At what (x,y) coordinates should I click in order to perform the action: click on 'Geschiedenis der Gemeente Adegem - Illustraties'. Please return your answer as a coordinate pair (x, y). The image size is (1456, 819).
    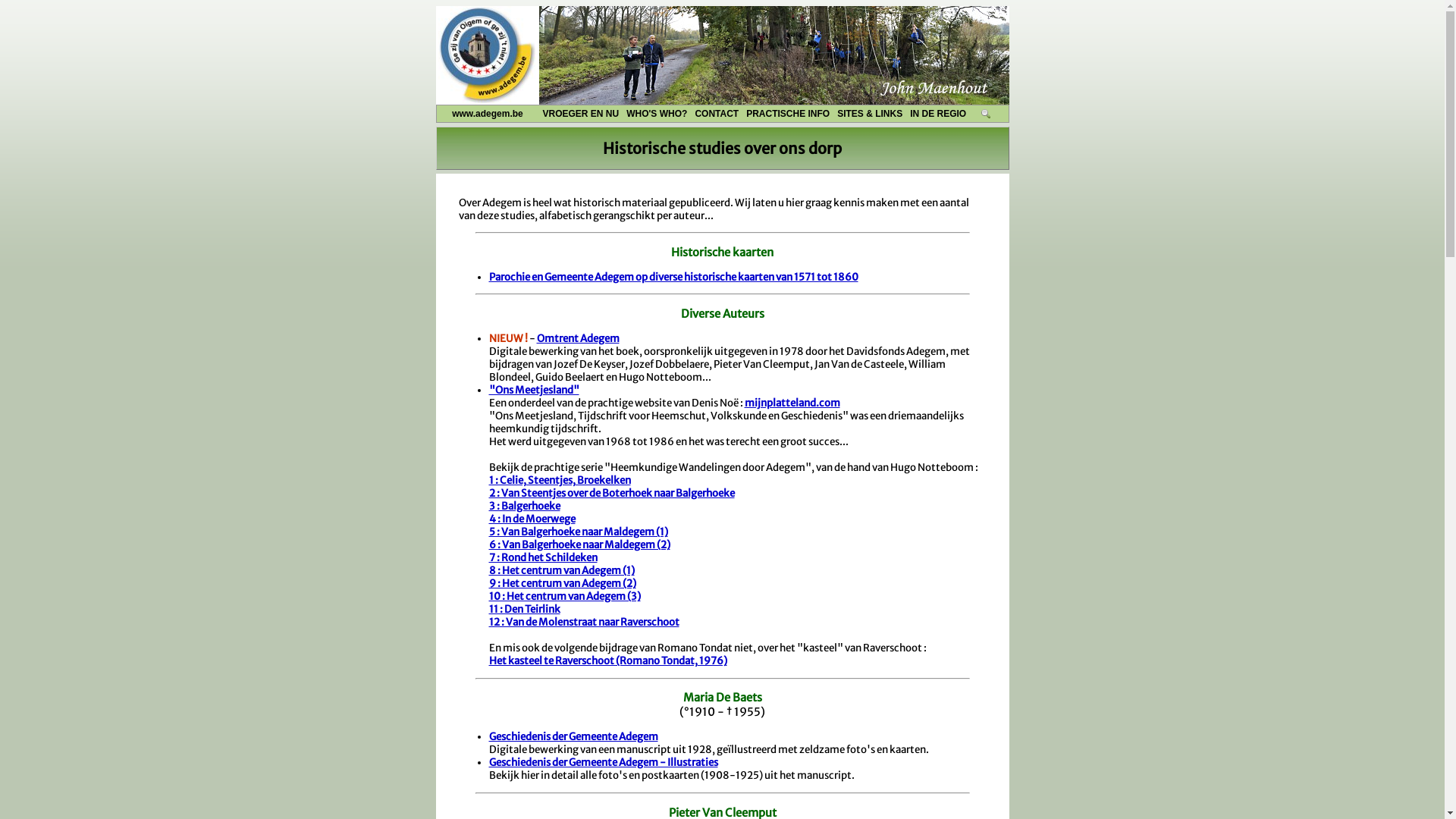
    Looking at the image, I should click on (602, 762).